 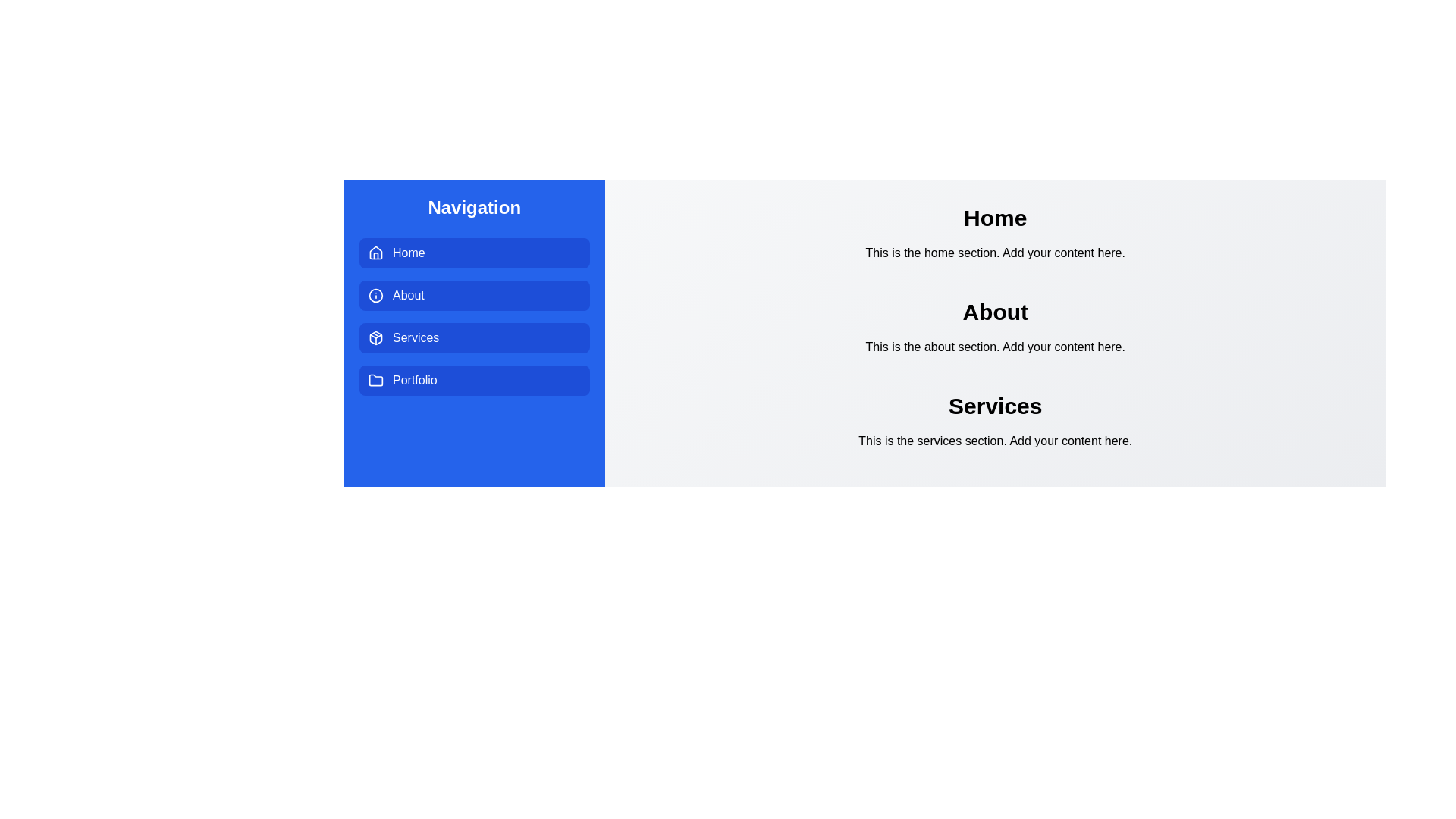 I want to click on the navigation button that takes the user to the Services section, located between the 'About' button and the 'Portfolio' button in the vertical list of navigation options, so click(x=473, y=337).